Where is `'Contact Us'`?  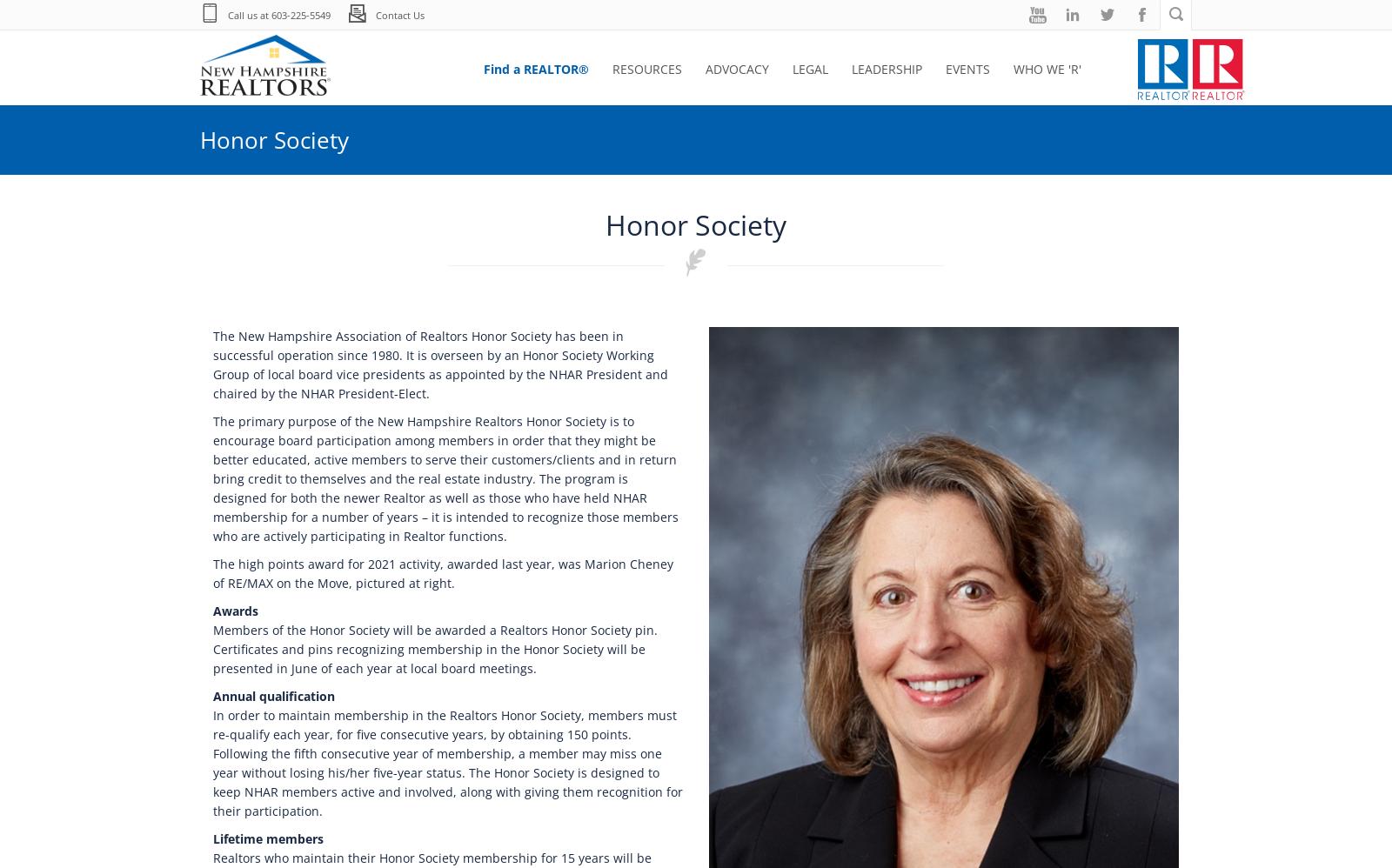
'Contact Us' is located at coordinates (398, 15).